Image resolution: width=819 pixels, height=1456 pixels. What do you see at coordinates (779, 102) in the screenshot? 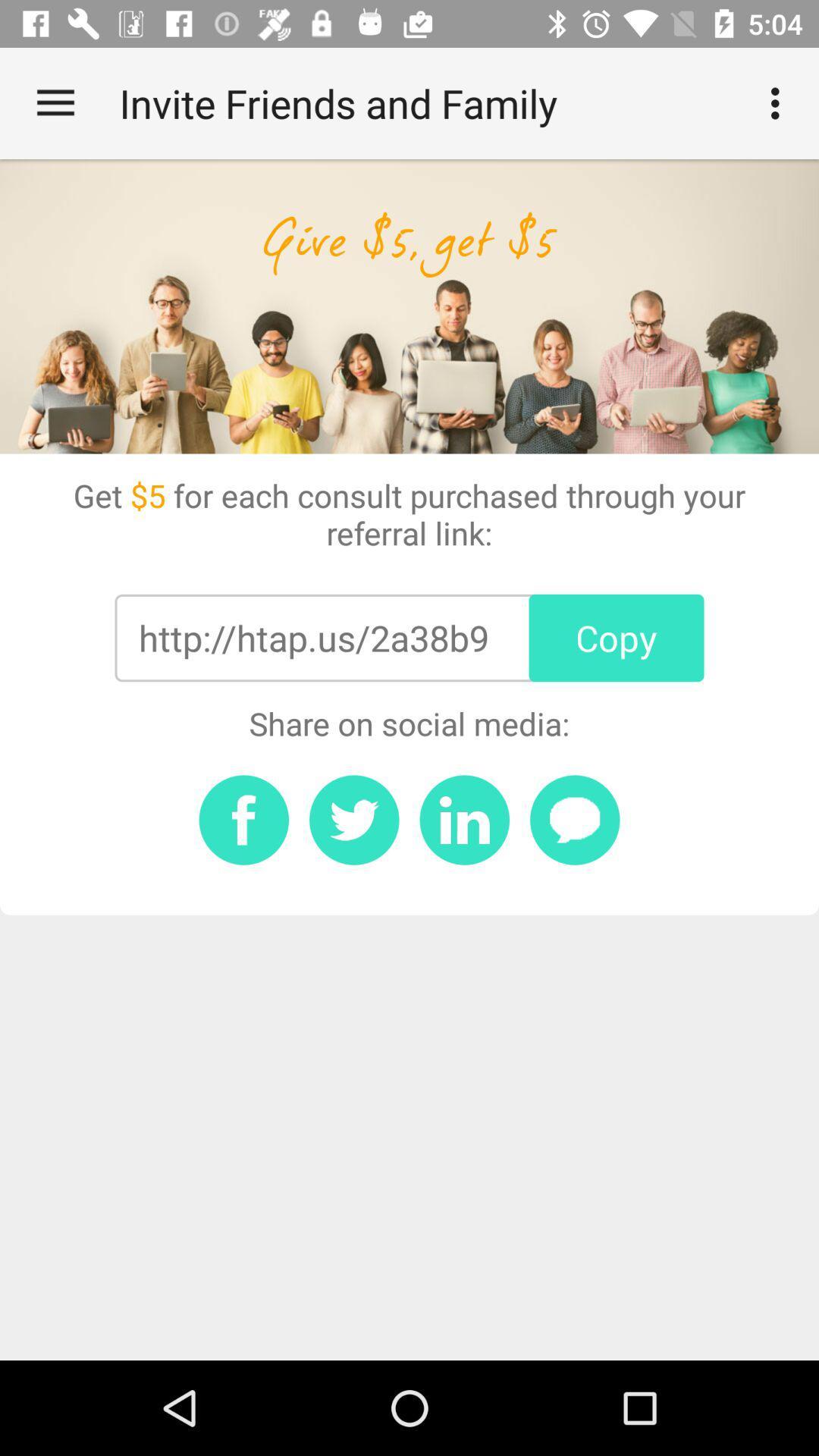
I see `the item at the top right corner` at bounding box center [779, 102].